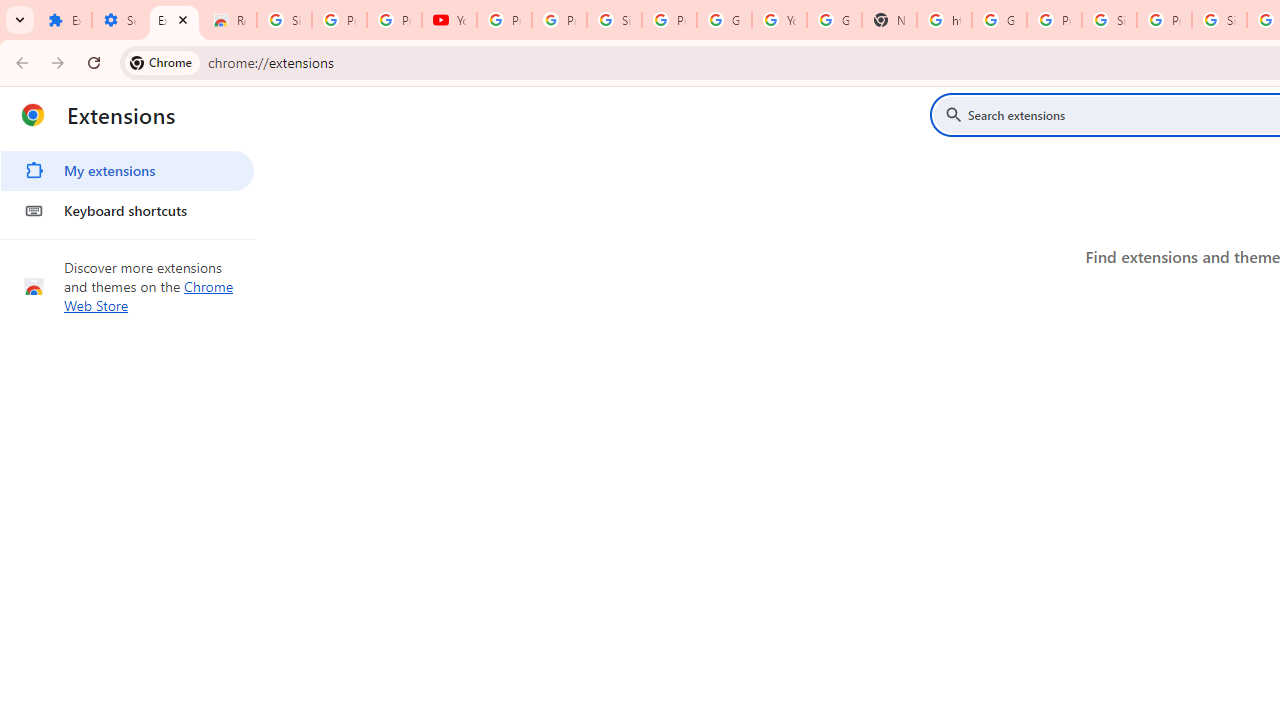 The width and height of the screenshot is (1280, 720). Describe the element at coordinates (887, 20) in the screenshot. I see `'New Tab'` at that location.